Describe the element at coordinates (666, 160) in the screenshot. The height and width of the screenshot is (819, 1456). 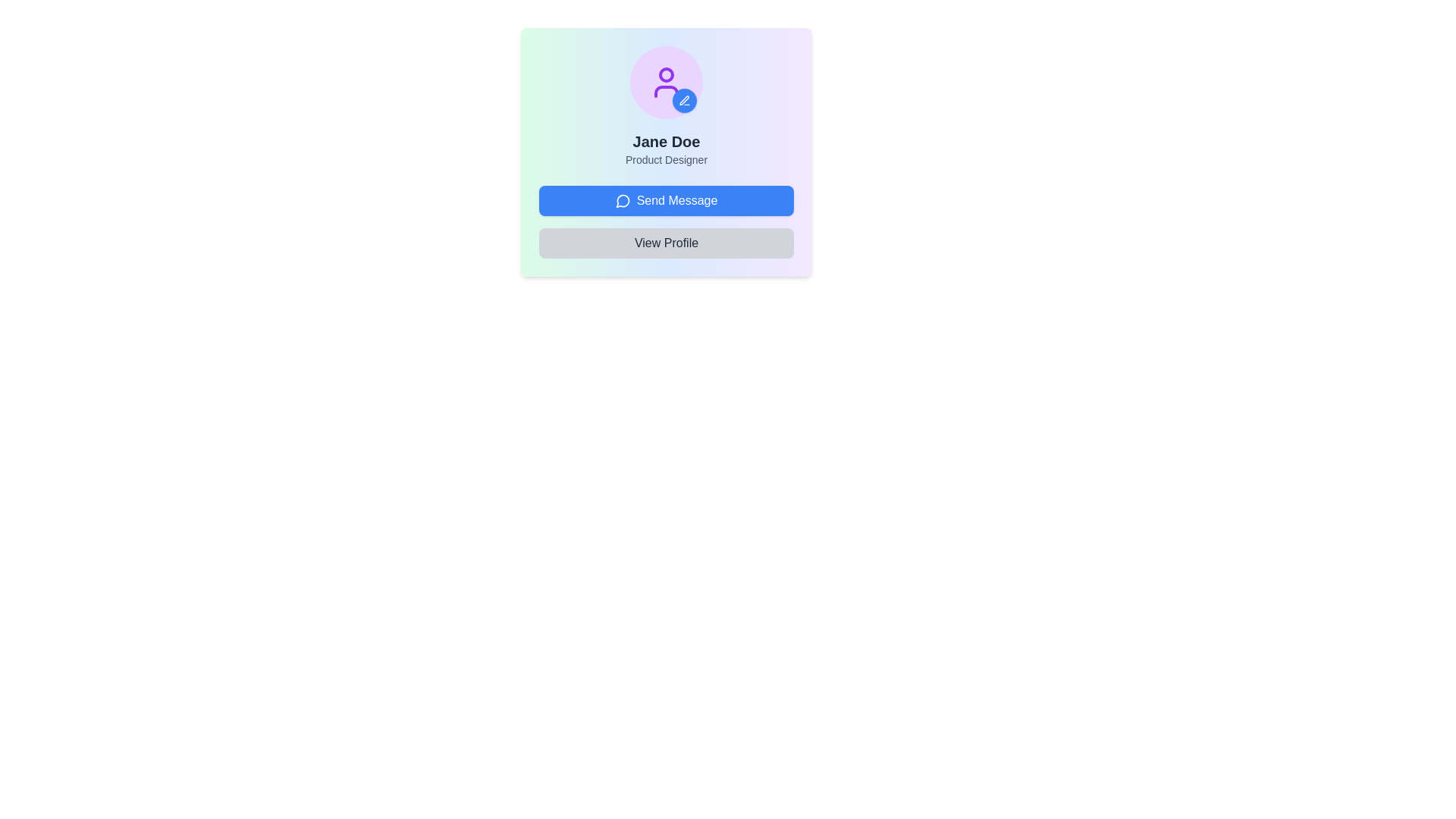
I see `the text element displaying 'Product Designer', which is styled in gray and located below 'Jane Doe' within a card-like layout` at that location.